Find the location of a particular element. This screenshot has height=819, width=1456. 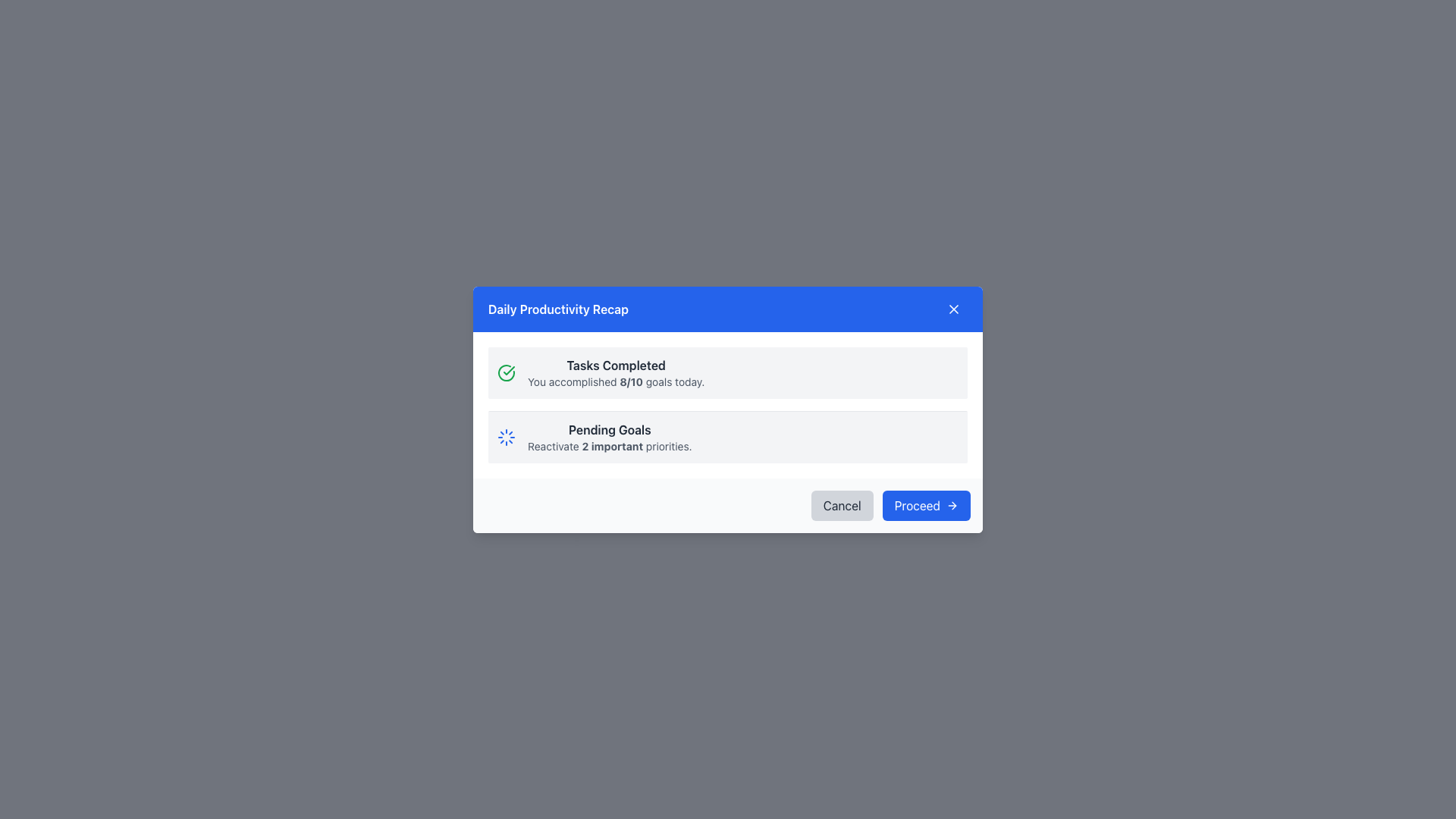

the circular icon styled with a blue outline that represents a loading spinner, located to the left of the 'Pending Goals' text is located at coordinates (506, 436).